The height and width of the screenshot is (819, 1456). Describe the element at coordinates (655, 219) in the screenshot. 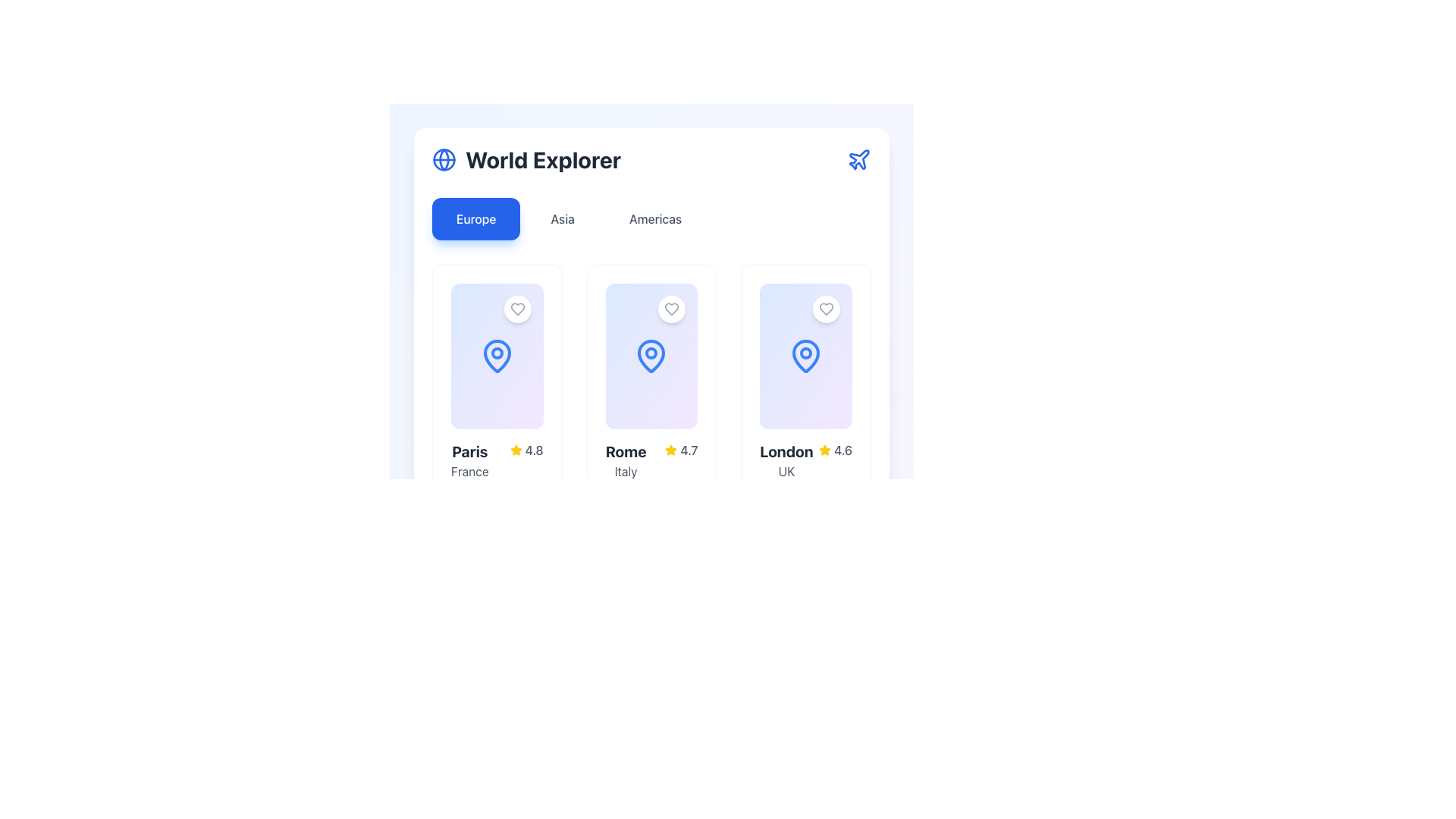

I see `the 'Americas' button, which is a medium-sized rectangular button with gray text and a rounded rectangular shape, located in the top center of the interface below the title 'World Explorer'` at that location.